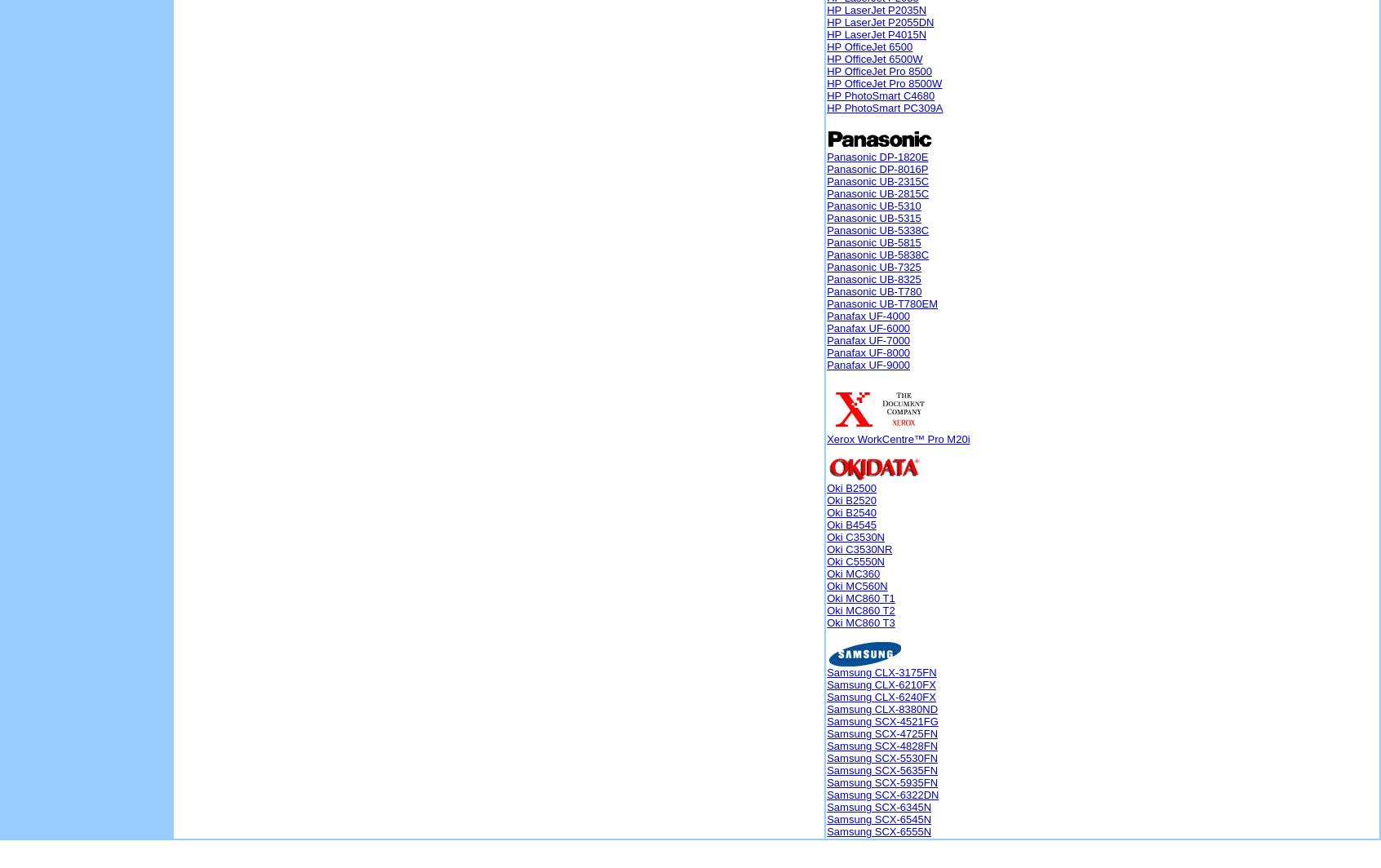  What do you see at coordinates (882, 795) in the screenshot?
I see `'Samsung SCX-6322DN'` at bounding box center [882, 795].